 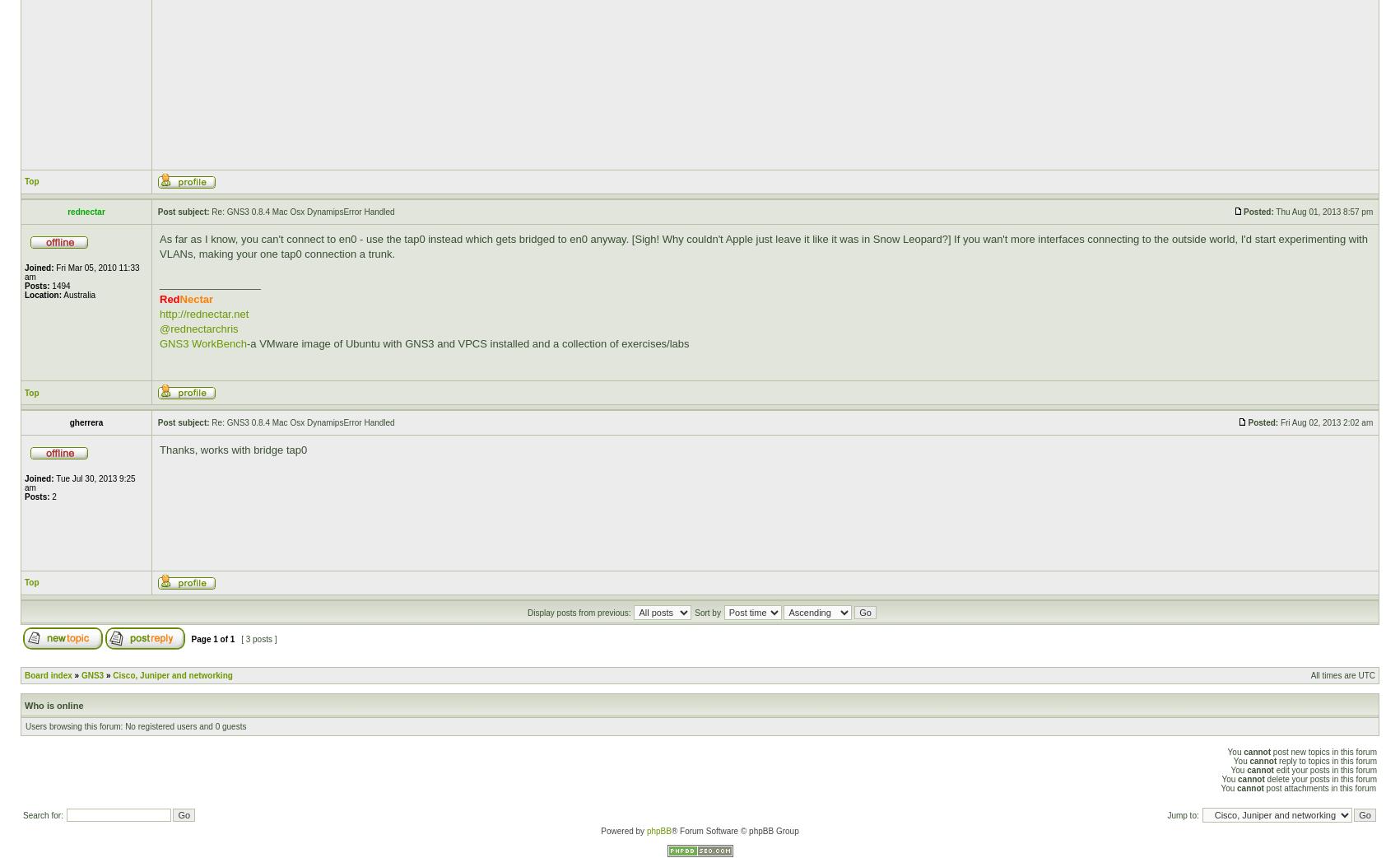 What do you see at coordinates (43, 293) in the screenshot?
I see `'Location:'` at bounding box center [43, 293].